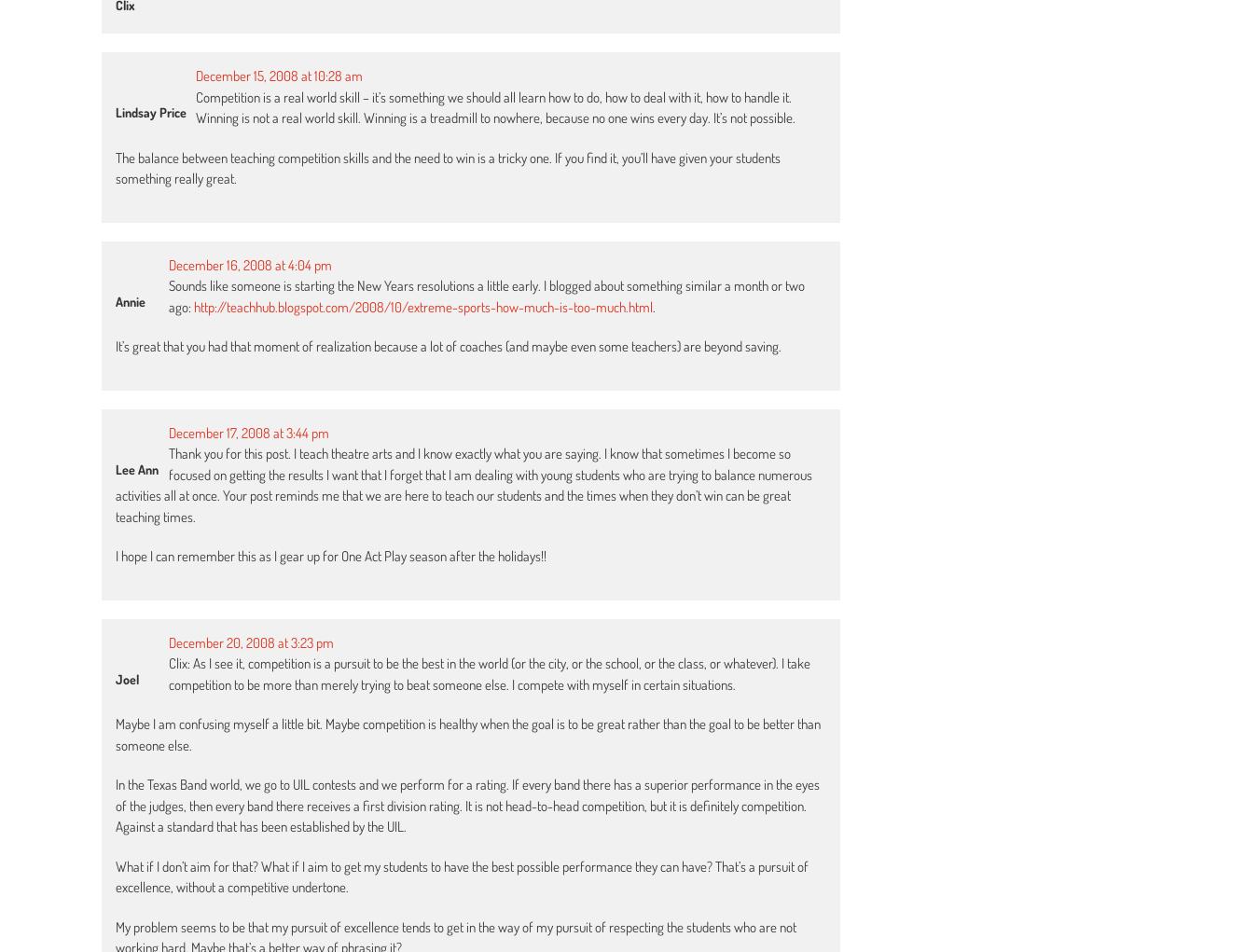 This screenshot has height=952, width=1259. What do you see at coordinates (248, 432) in the screenshot?
I see `'December 17, 2008 at 3:44 pm'` at bounding box center [248, 432].